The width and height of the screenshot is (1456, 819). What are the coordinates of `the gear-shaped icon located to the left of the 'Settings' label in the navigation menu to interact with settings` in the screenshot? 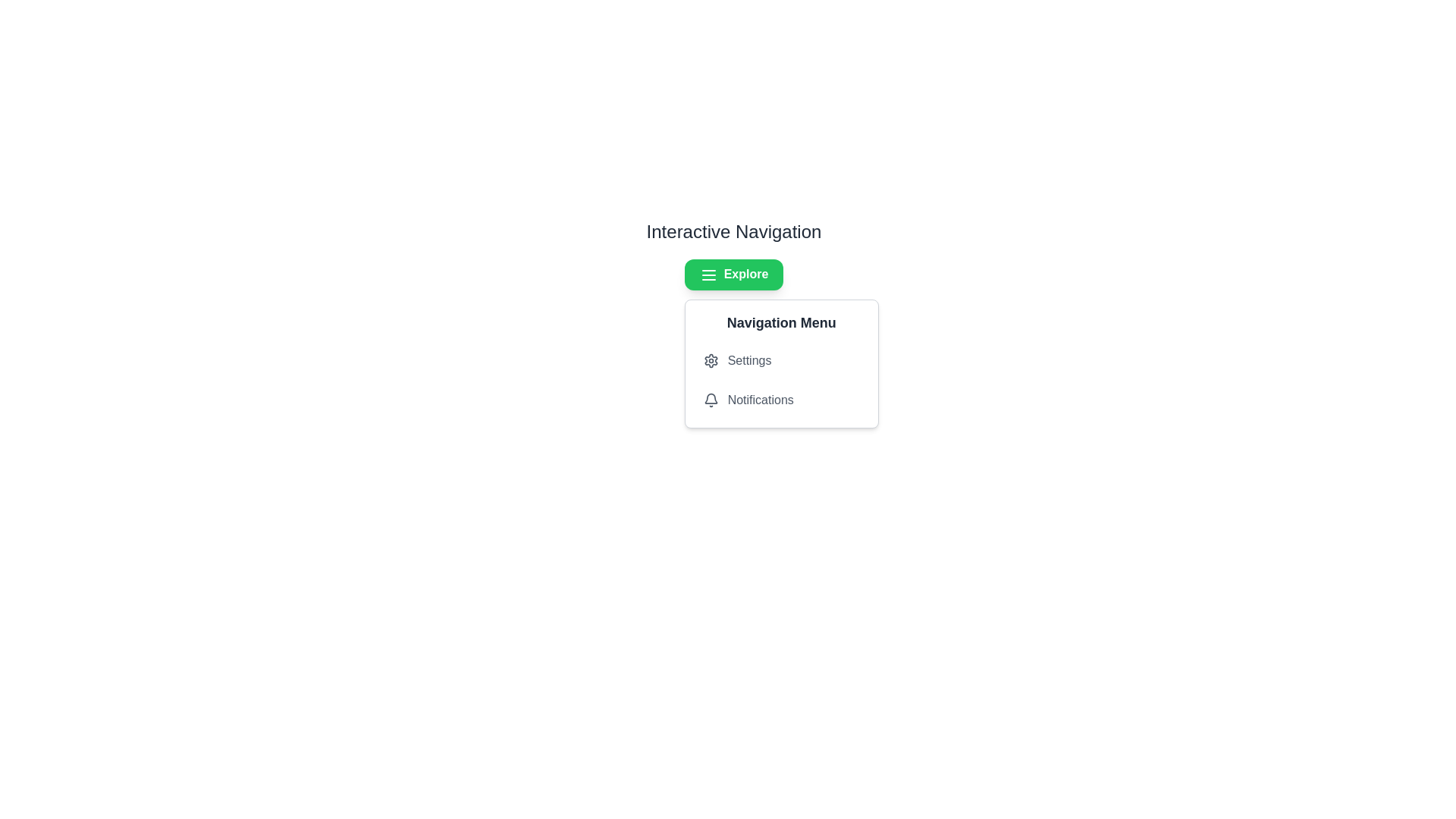 It's located at (710, 360).